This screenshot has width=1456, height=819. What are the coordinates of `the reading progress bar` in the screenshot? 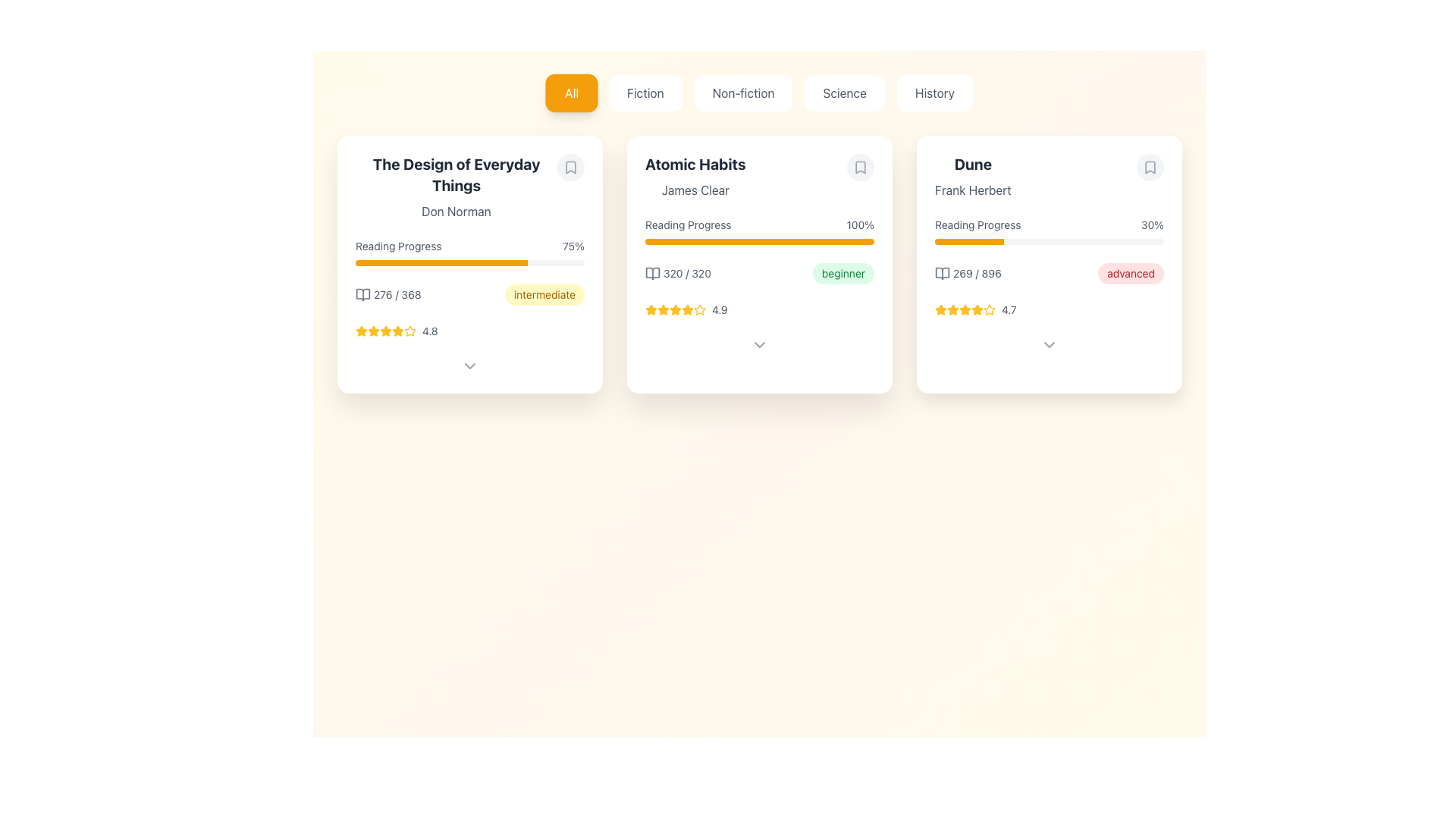 It's located at (412, 262).